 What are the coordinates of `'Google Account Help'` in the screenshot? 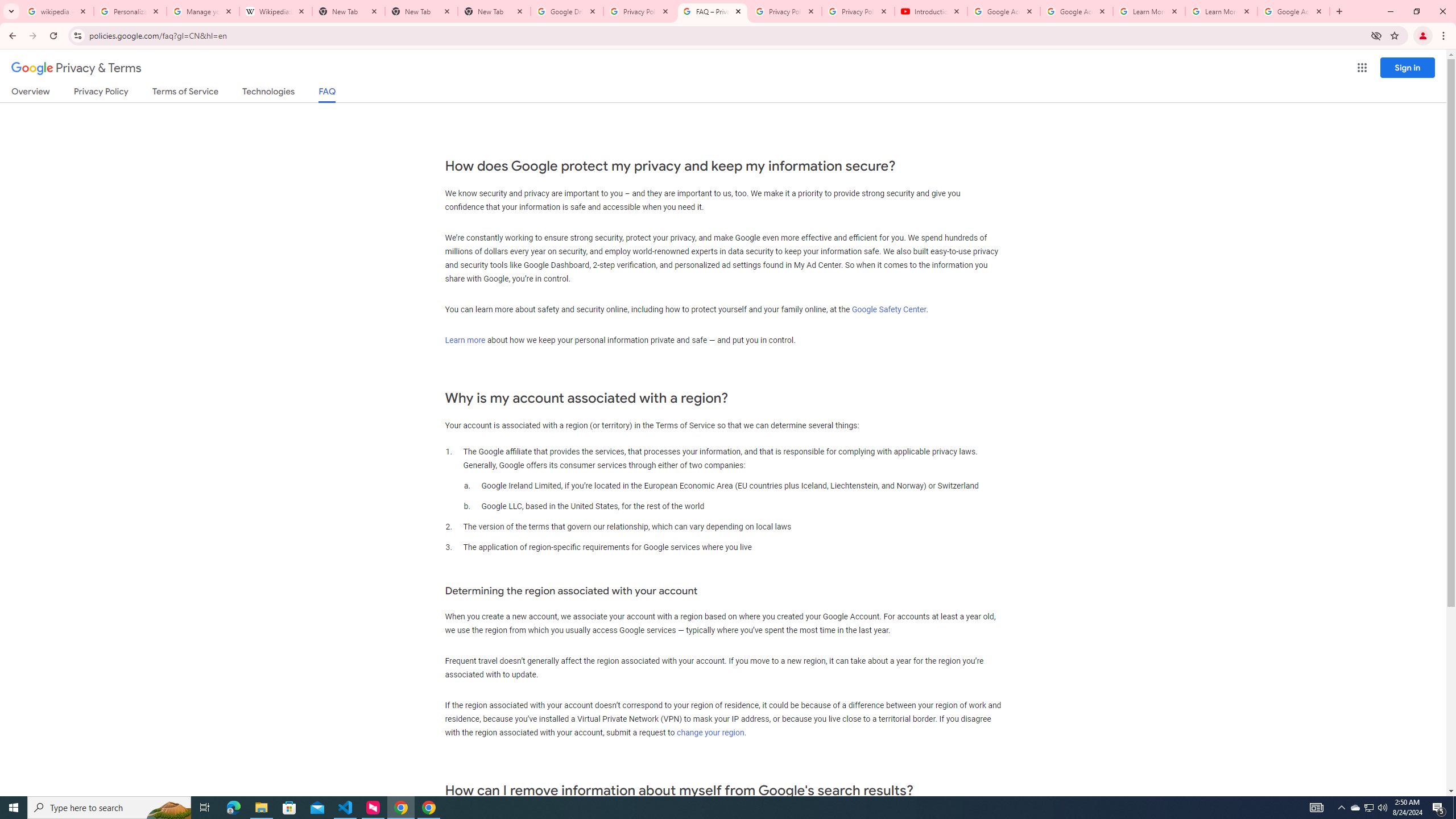 It's located at (1076, 11).